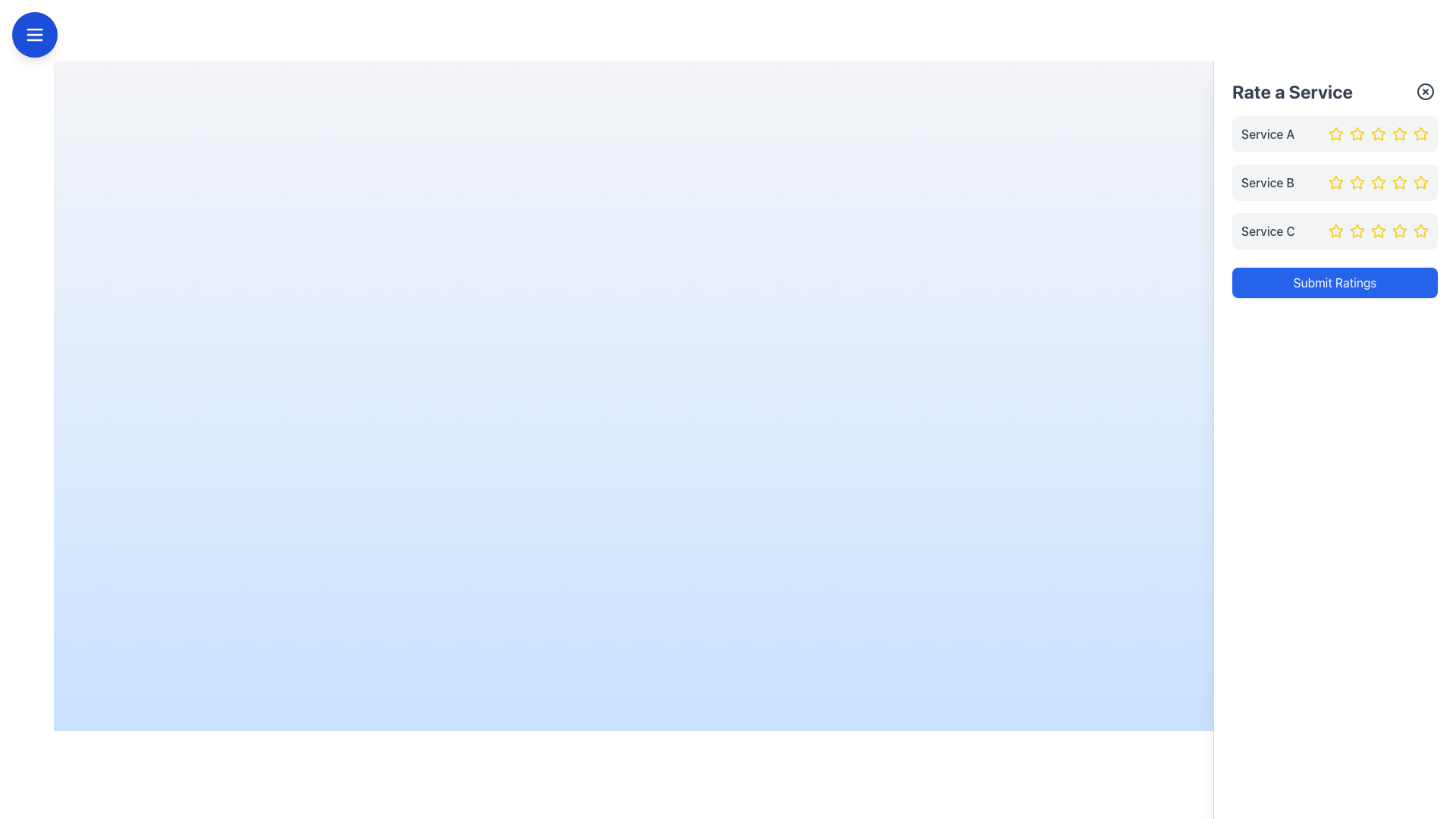 Image resolution: width=1456 pixels, height=819 pixels. What do you see at coordinates (1335, 181) in the screenshot?
I see `the first star in the second service rating row under the 'Rate a Service' section to assign a rating` at bounding box center [1335, 181].